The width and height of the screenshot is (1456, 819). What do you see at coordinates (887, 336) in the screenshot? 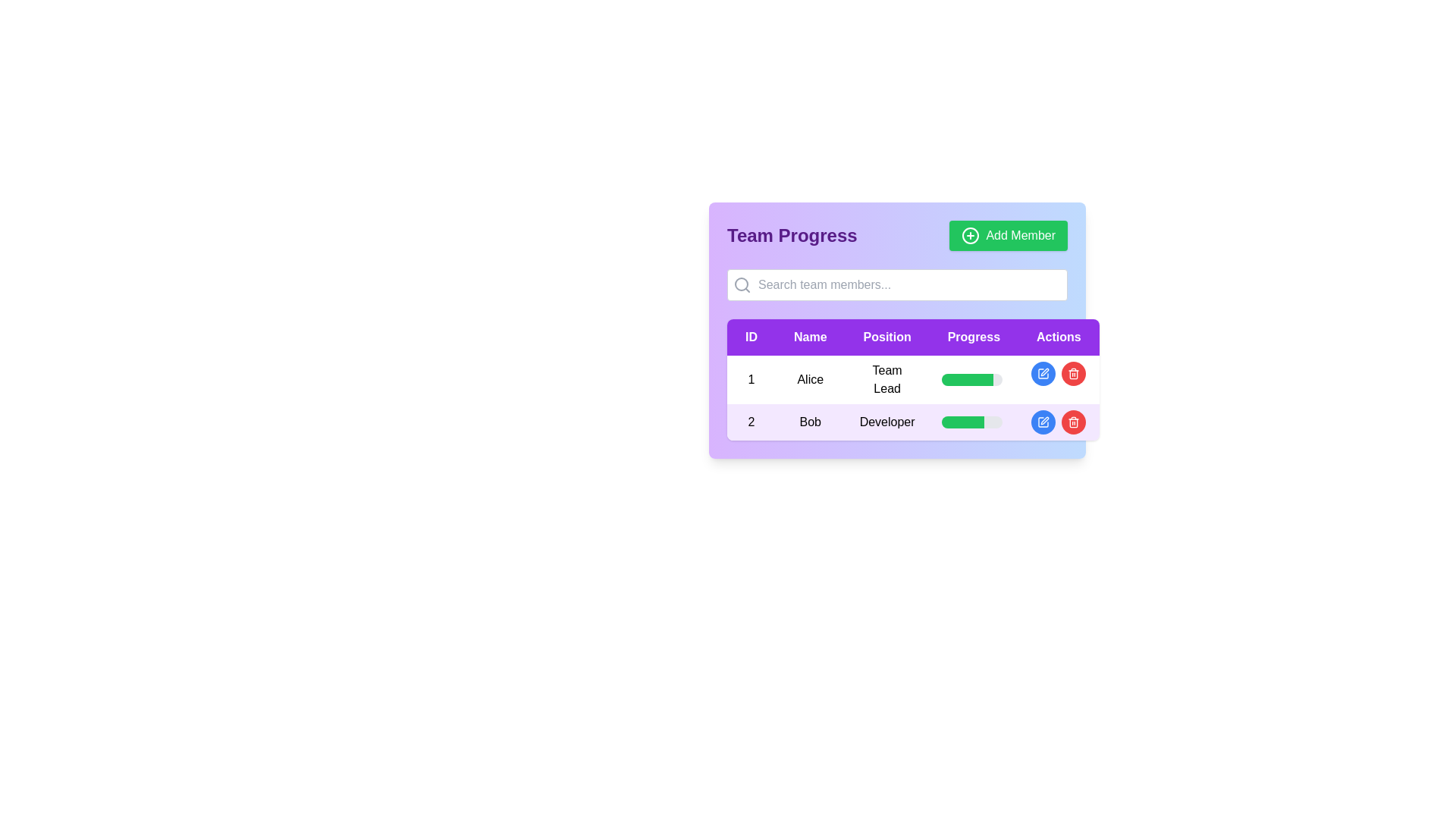
I see `the label with a bold violet background and white text displaying 'Position', which is the third header in the table row labeled 'IDNamePositionProgressActions'` at bounding box center [887, 336].